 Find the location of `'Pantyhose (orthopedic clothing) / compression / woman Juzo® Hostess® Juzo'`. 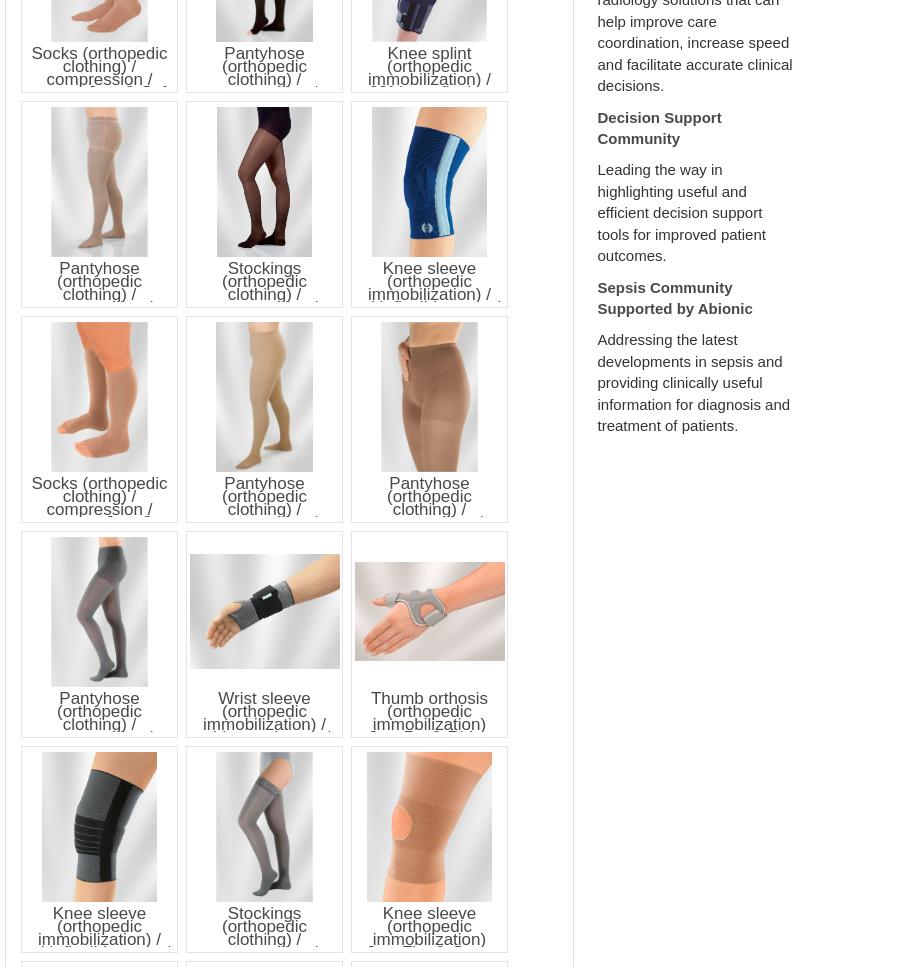

'Pantyhose (orthopedic clothing) / compression / woman Juzo® Hostess® Juzo' is located at coordinates (428, 514).